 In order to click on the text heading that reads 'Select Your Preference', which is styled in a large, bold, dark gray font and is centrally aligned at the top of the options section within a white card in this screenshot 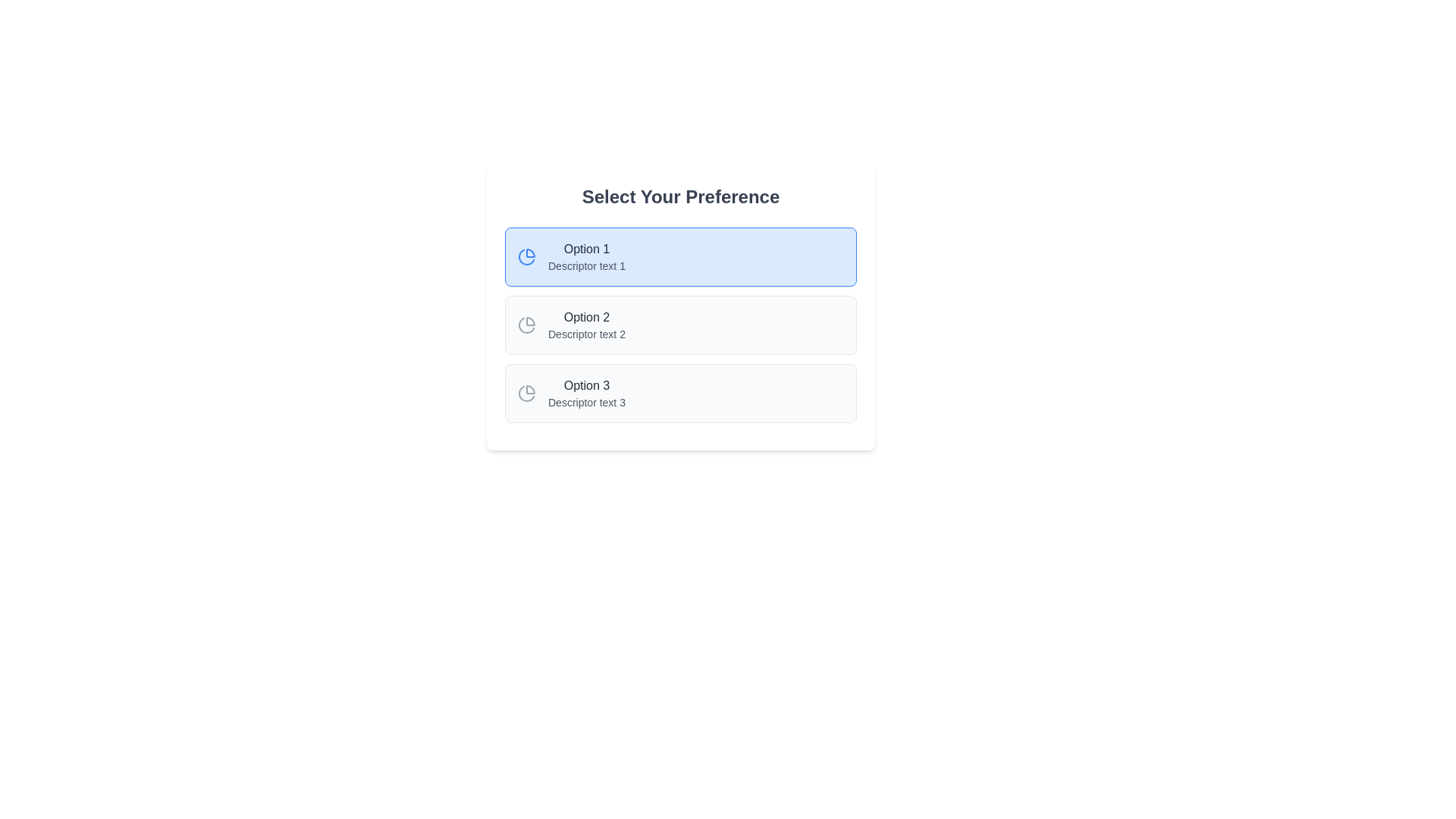, I will do `click(679, 196)`.